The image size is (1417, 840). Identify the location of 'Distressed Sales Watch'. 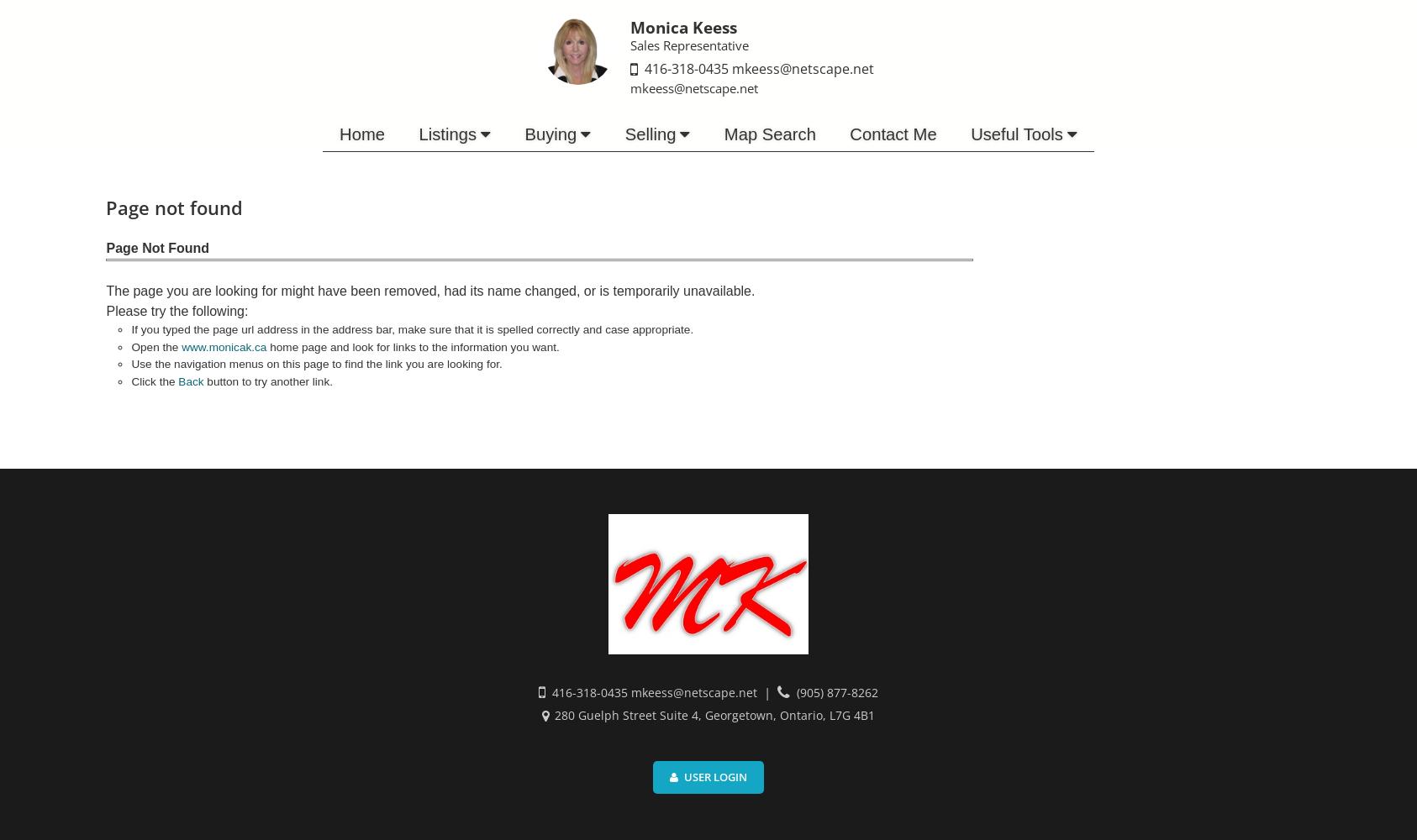
(517, 386).